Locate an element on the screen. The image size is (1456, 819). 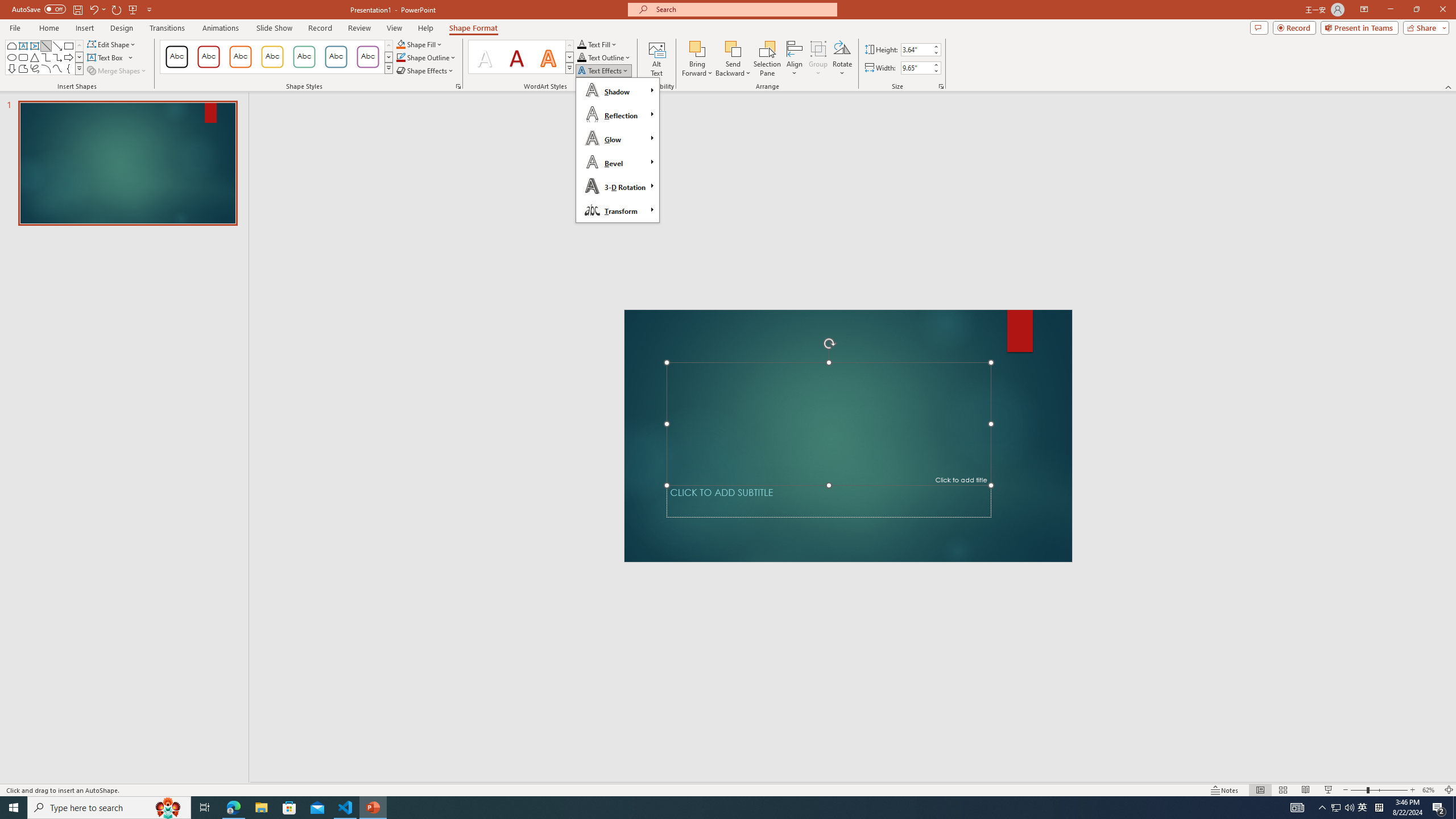
'Text Fill RGB(0, 0, 0)' is located at coordinates (581, 44).